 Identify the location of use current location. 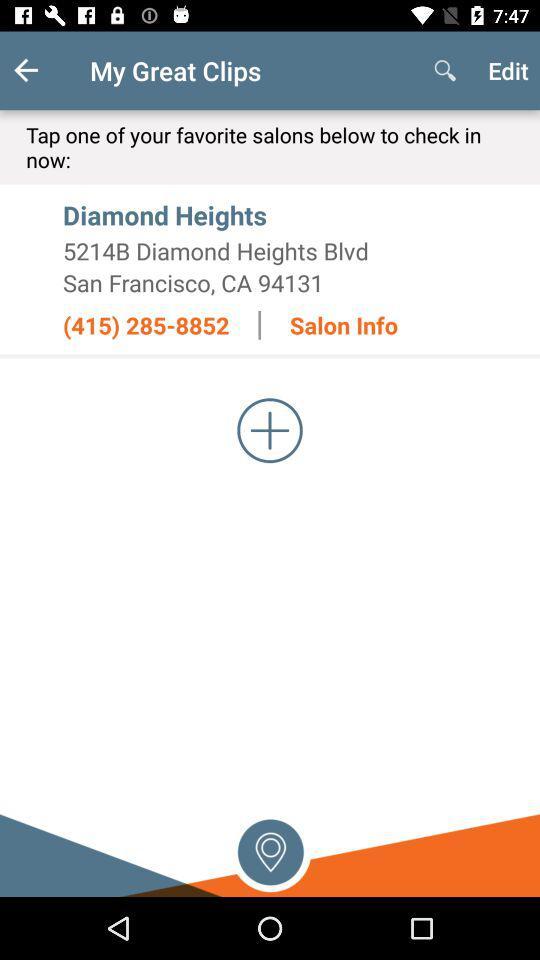
(270, 849).